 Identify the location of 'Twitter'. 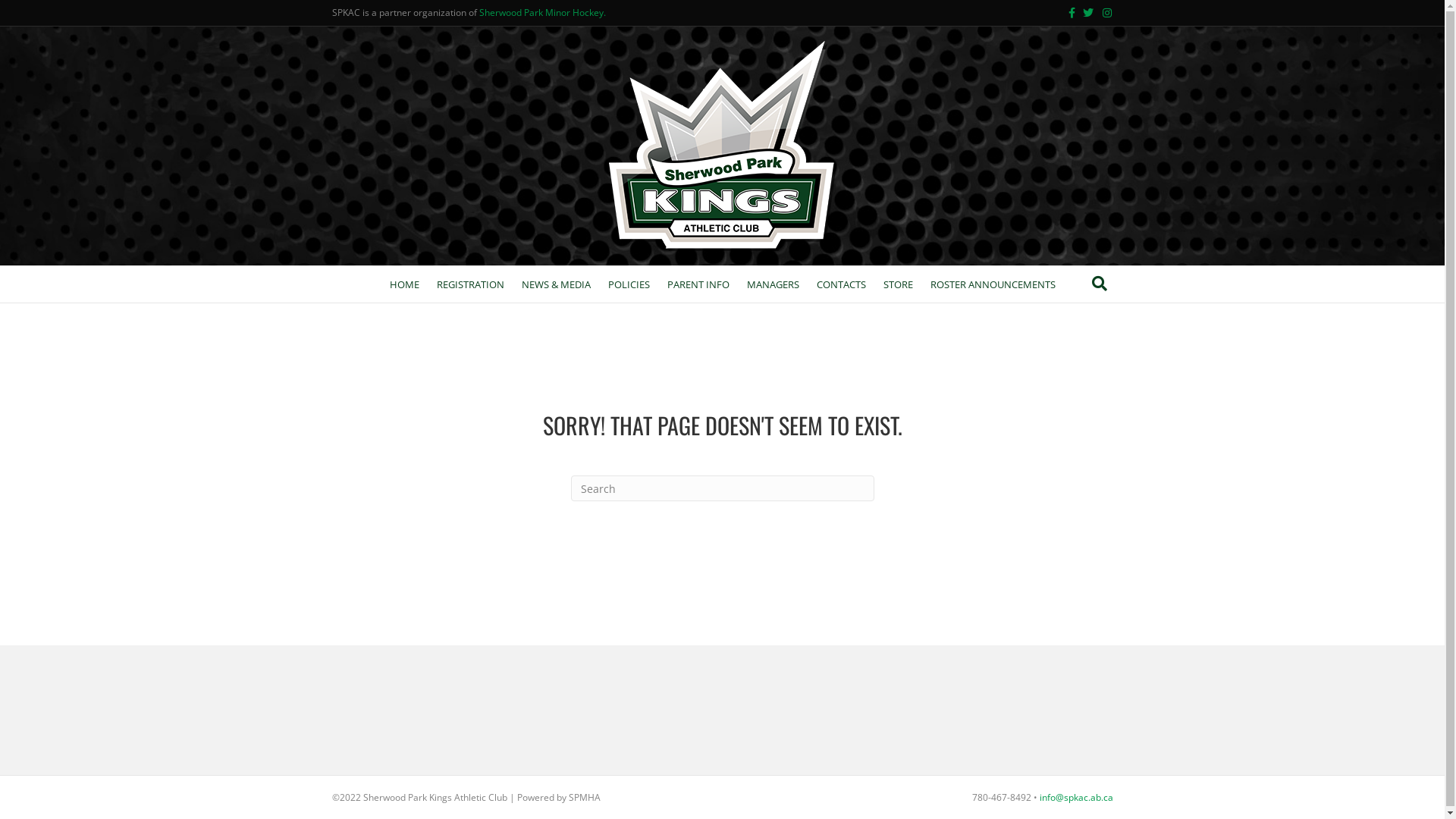
(1084, 11).